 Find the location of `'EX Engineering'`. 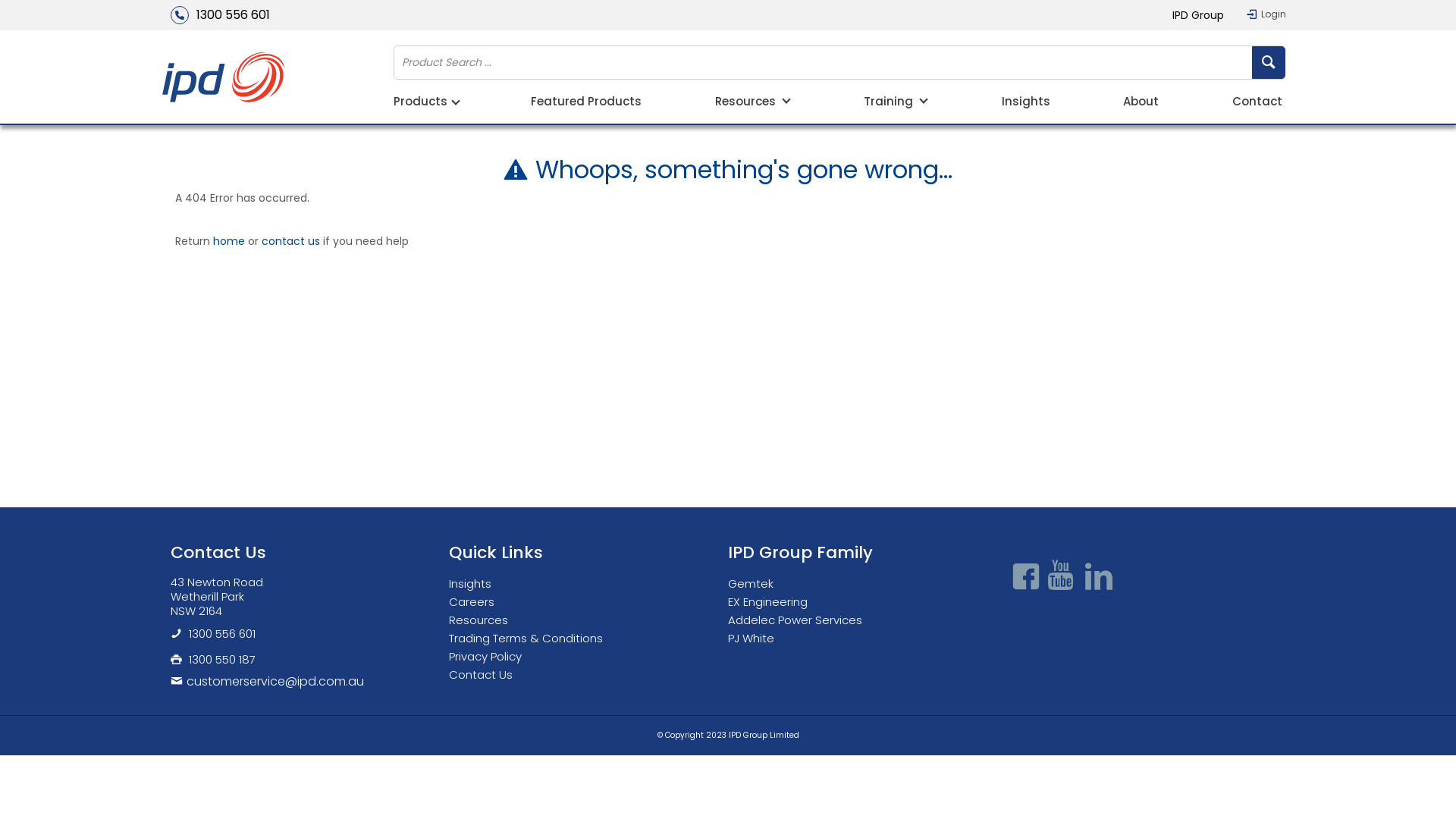

'EX Engineering' is located at coordinates (771, 601).